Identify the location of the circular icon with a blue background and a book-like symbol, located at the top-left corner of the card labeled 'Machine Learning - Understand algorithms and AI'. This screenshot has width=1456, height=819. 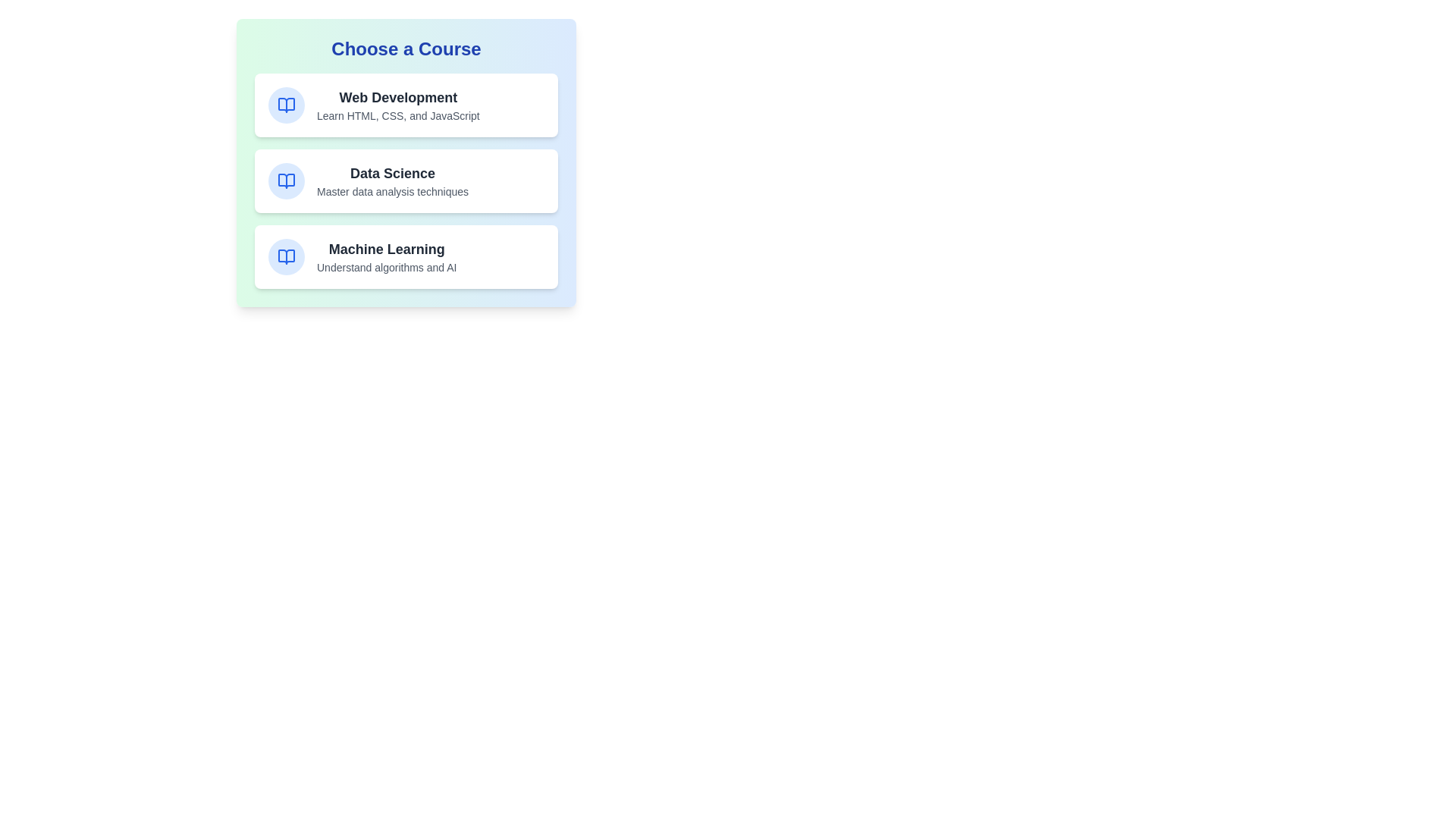
(287, 256).